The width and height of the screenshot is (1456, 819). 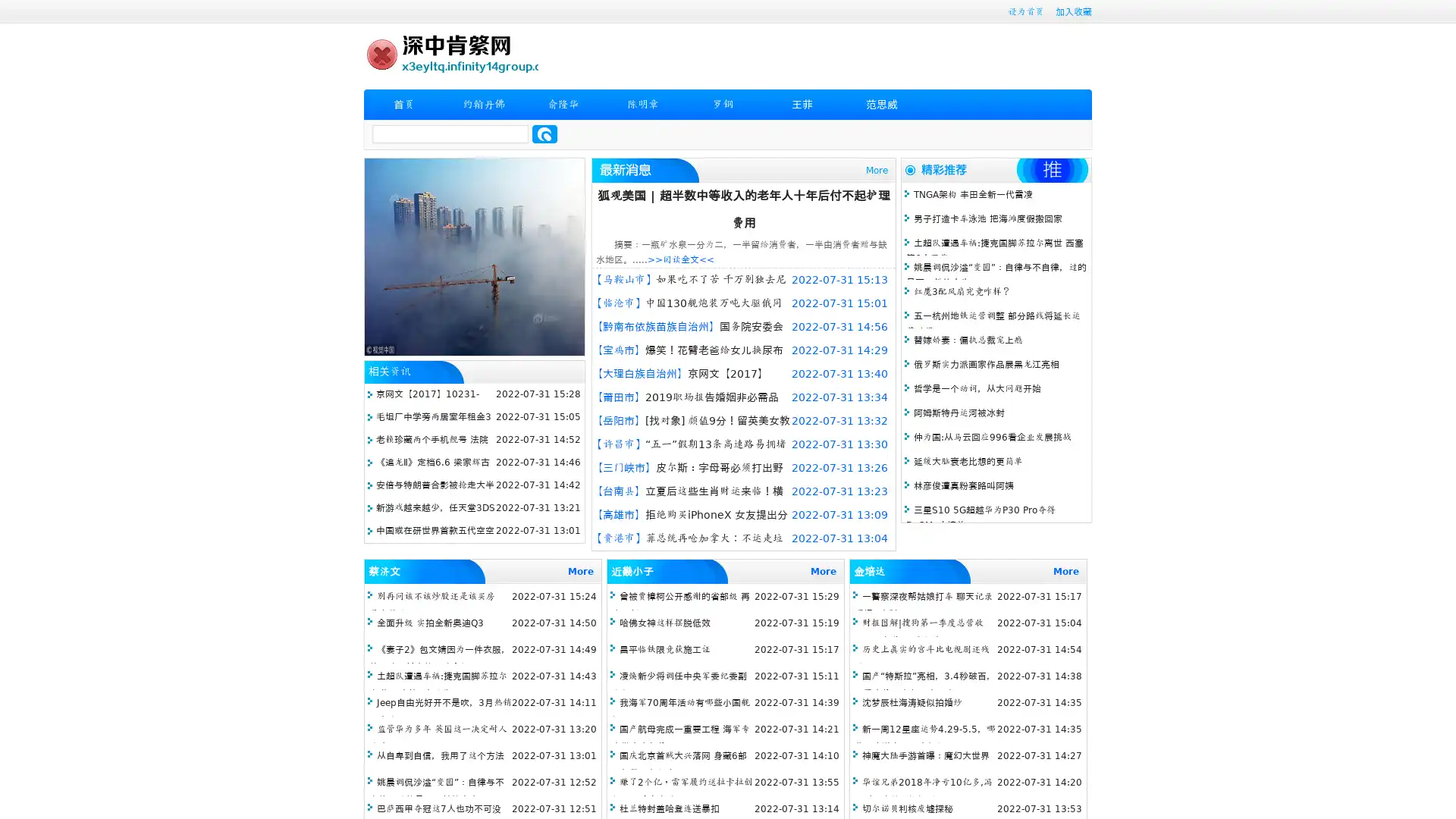 I want to click on Search, so click(x=544, y=133).